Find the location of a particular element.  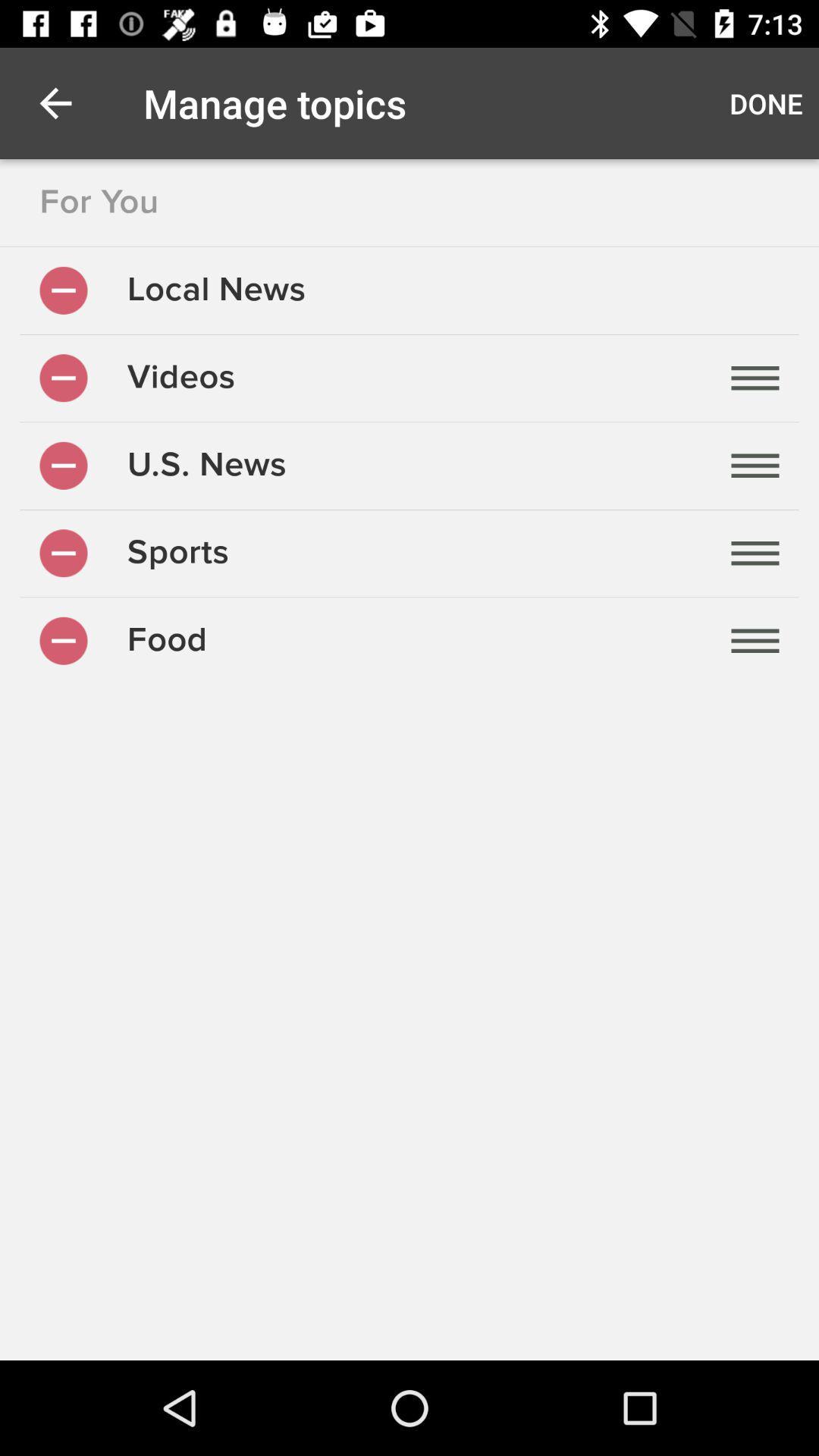

delete topic is located at coordinates (63, 465).